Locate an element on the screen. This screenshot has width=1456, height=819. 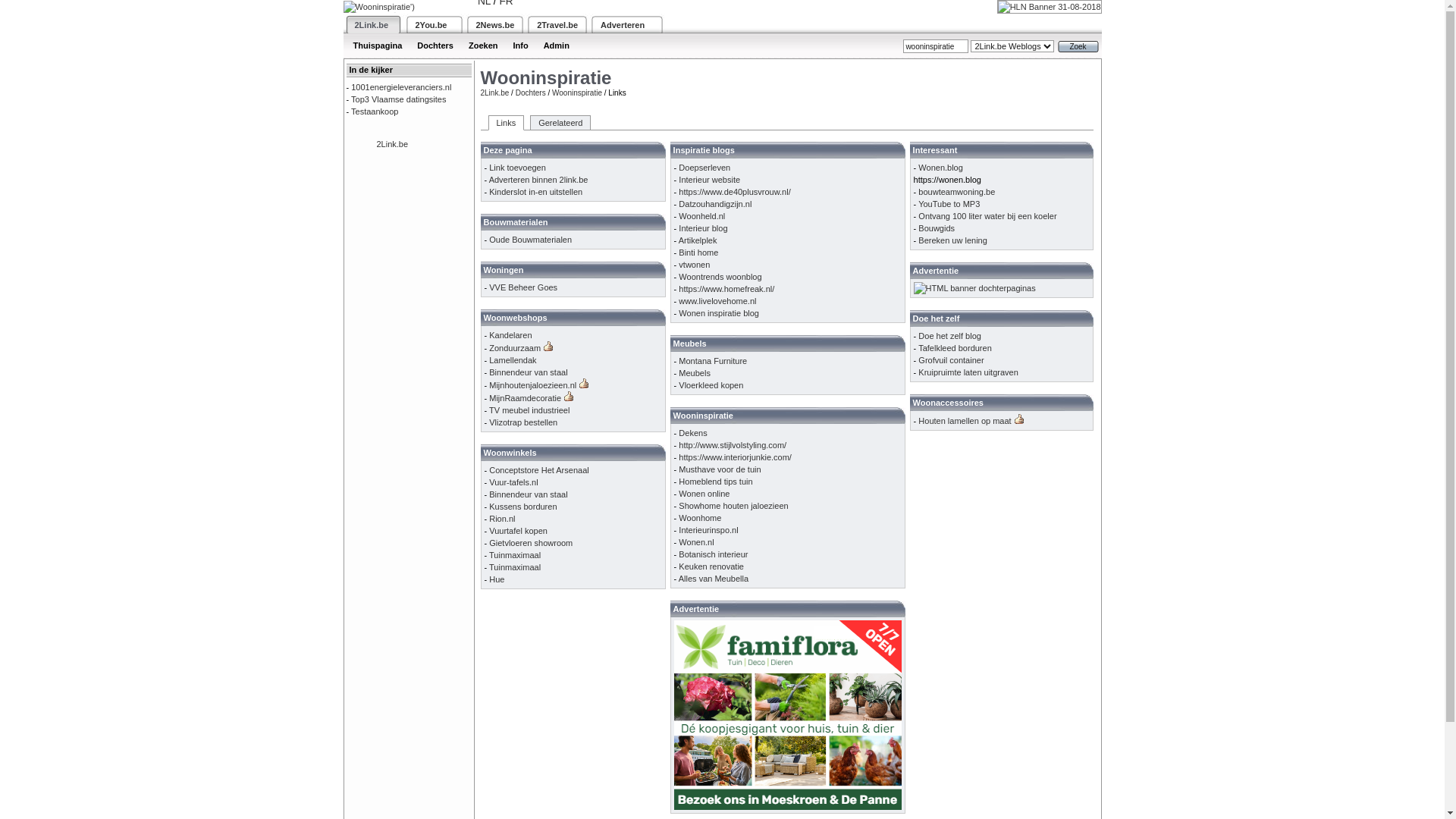
'Alles van Meubella' is located at coordinates (677, 579).